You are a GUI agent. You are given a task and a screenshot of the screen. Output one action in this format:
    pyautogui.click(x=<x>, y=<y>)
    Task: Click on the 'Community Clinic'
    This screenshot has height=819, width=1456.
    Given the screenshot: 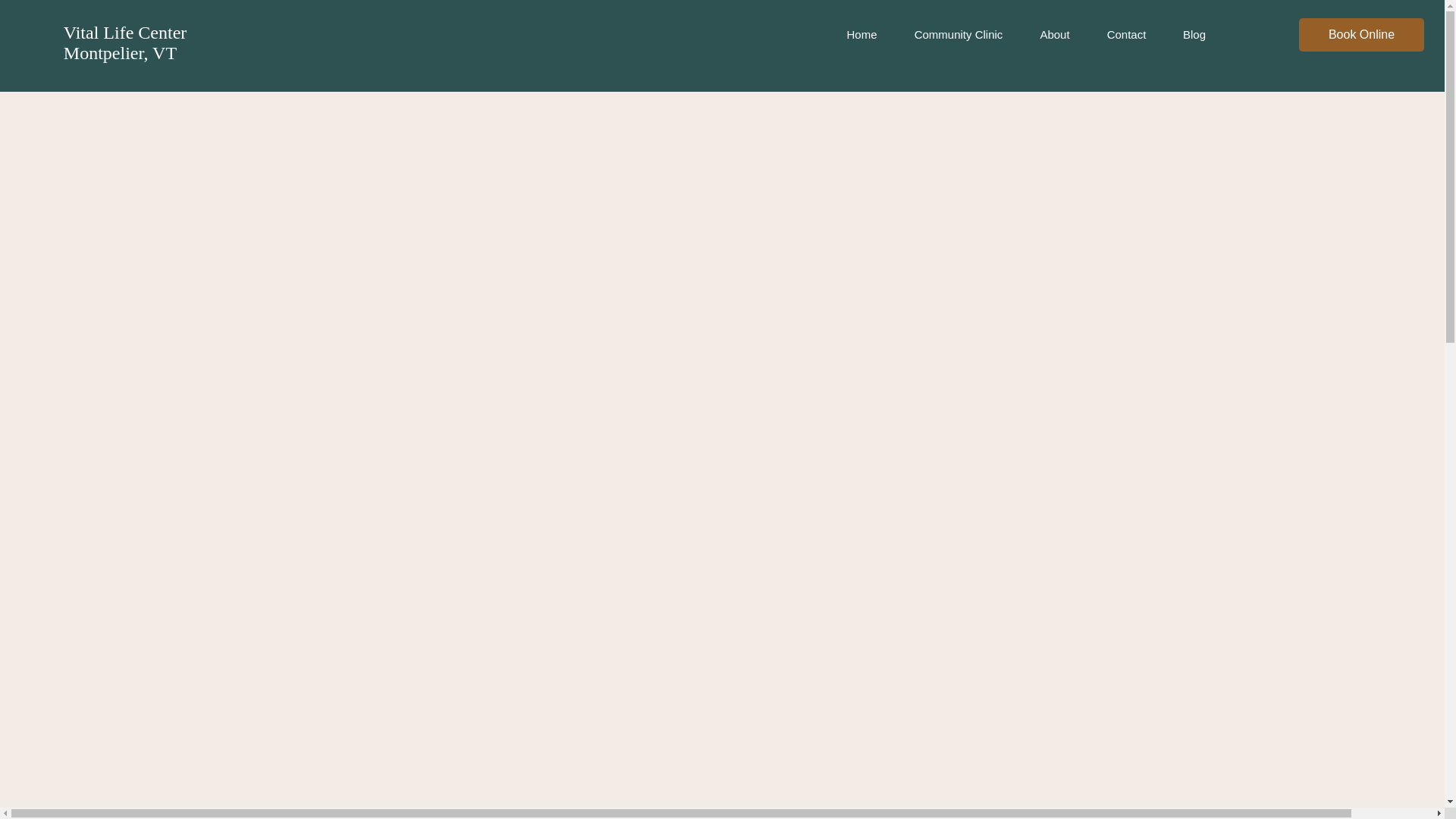 What is the action you would take?
    pyautogui.click(x=957, y=34)
    